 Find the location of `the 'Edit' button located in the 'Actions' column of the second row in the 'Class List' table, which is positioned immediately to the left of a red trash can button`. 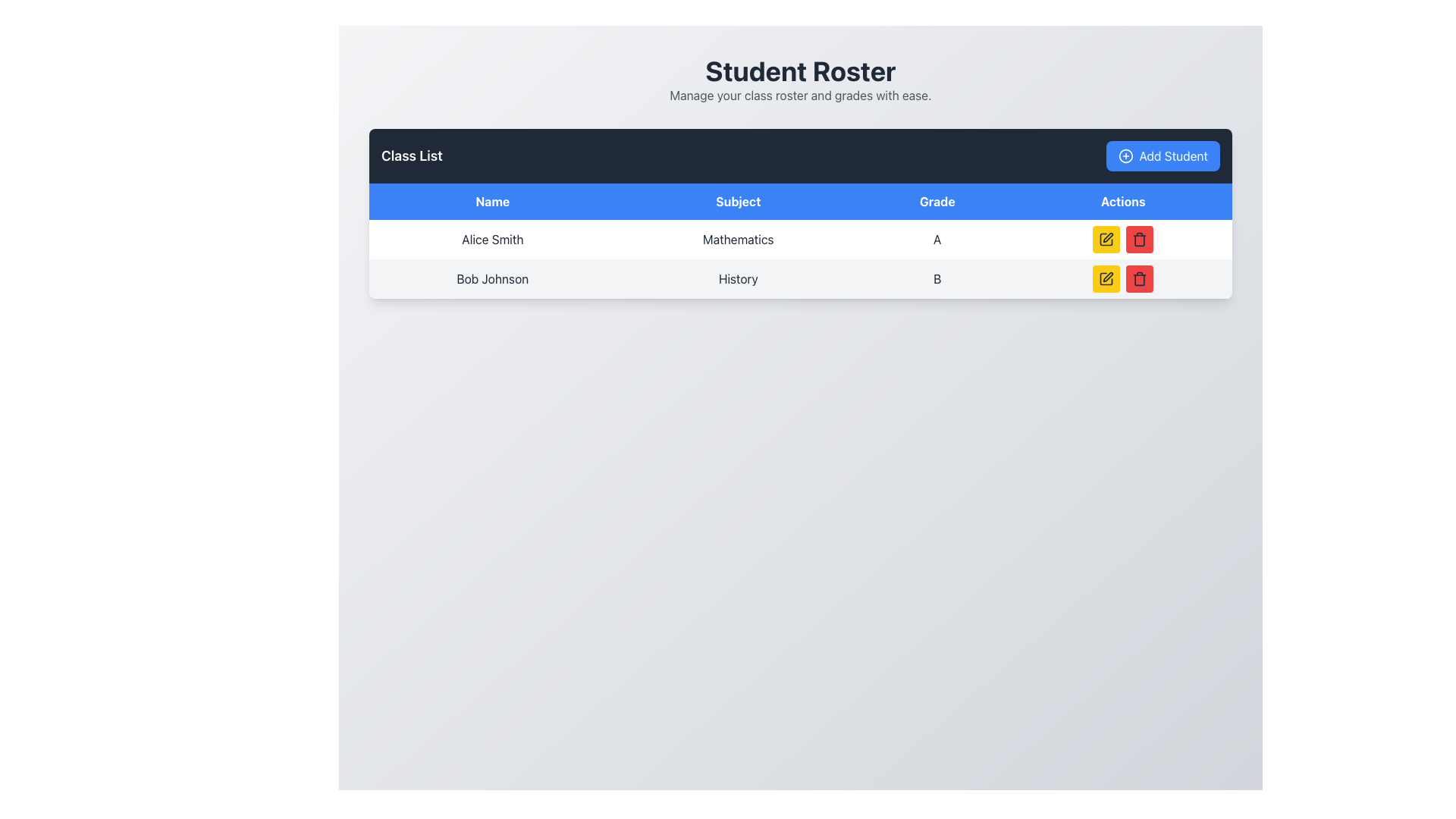

the 'Edit' button located in the 'Actions' column of the second row in the 'Class List' table, which is positioned immediately to the left of a red trash can button is located at coordinates (1106, 278).